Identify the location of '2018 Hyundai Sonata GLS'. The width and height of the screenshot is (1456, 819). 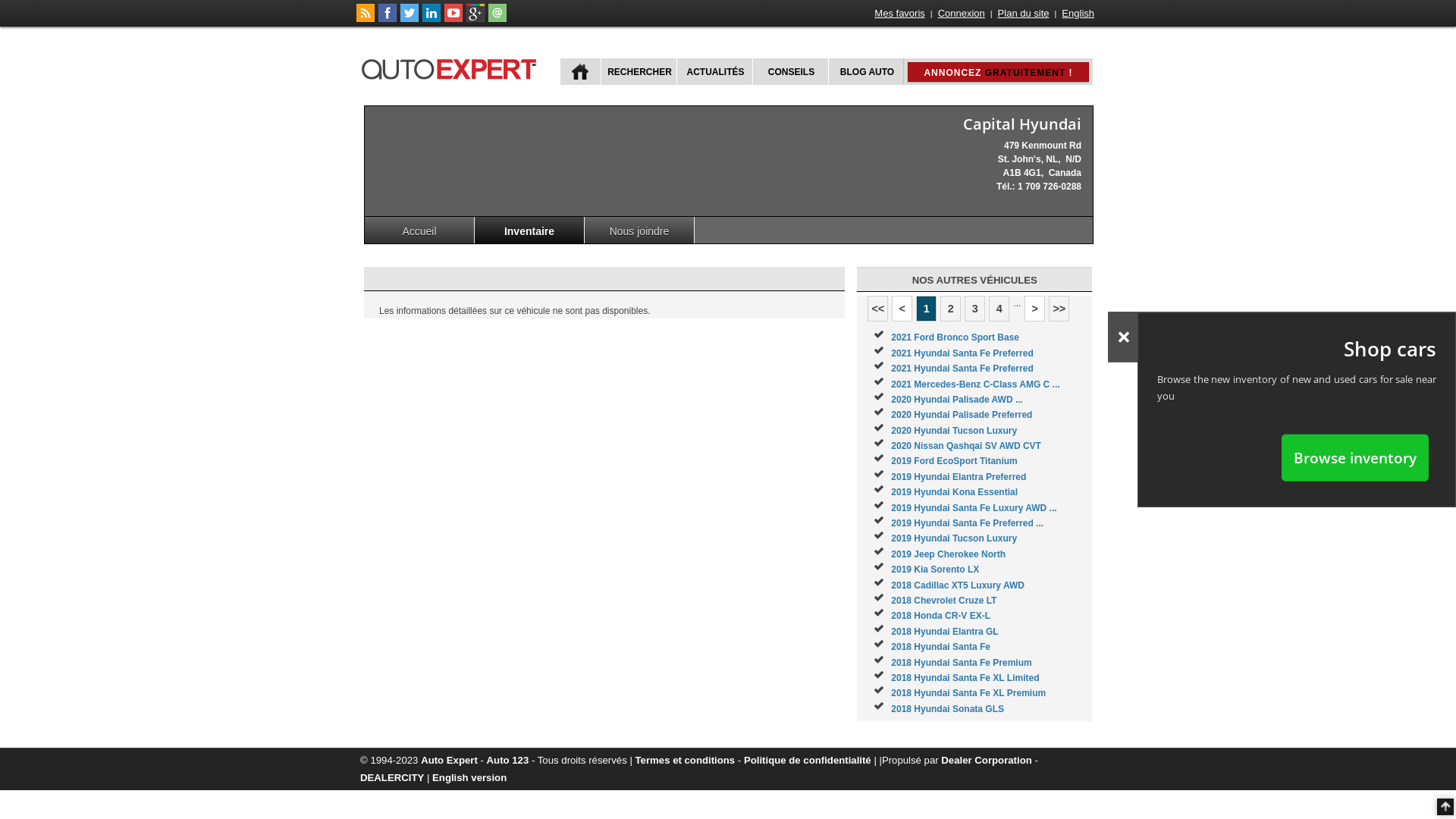
(946, 708).